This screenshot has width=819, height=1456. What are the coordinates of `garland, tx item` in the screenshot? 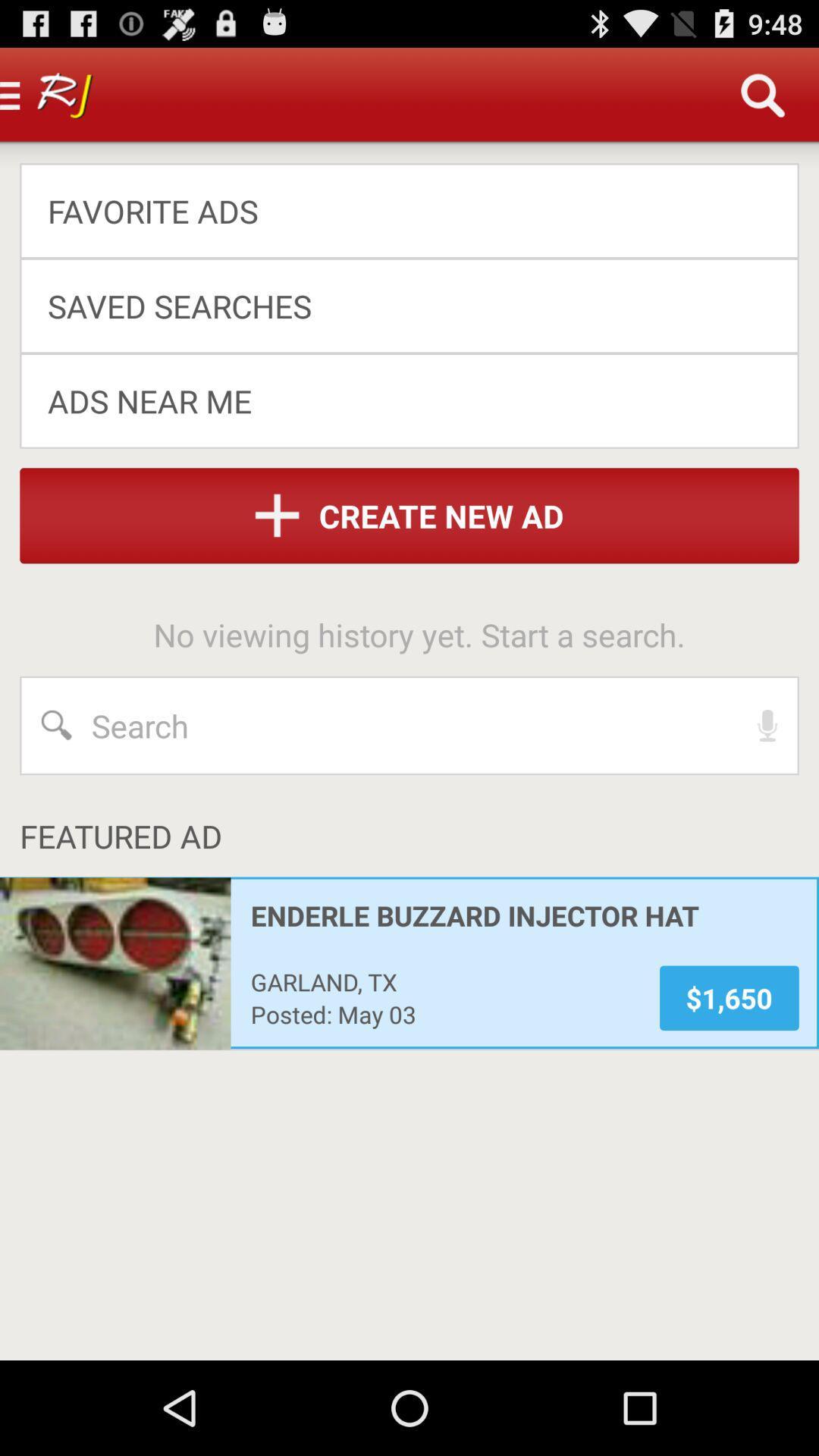 It's located at (444, 981).